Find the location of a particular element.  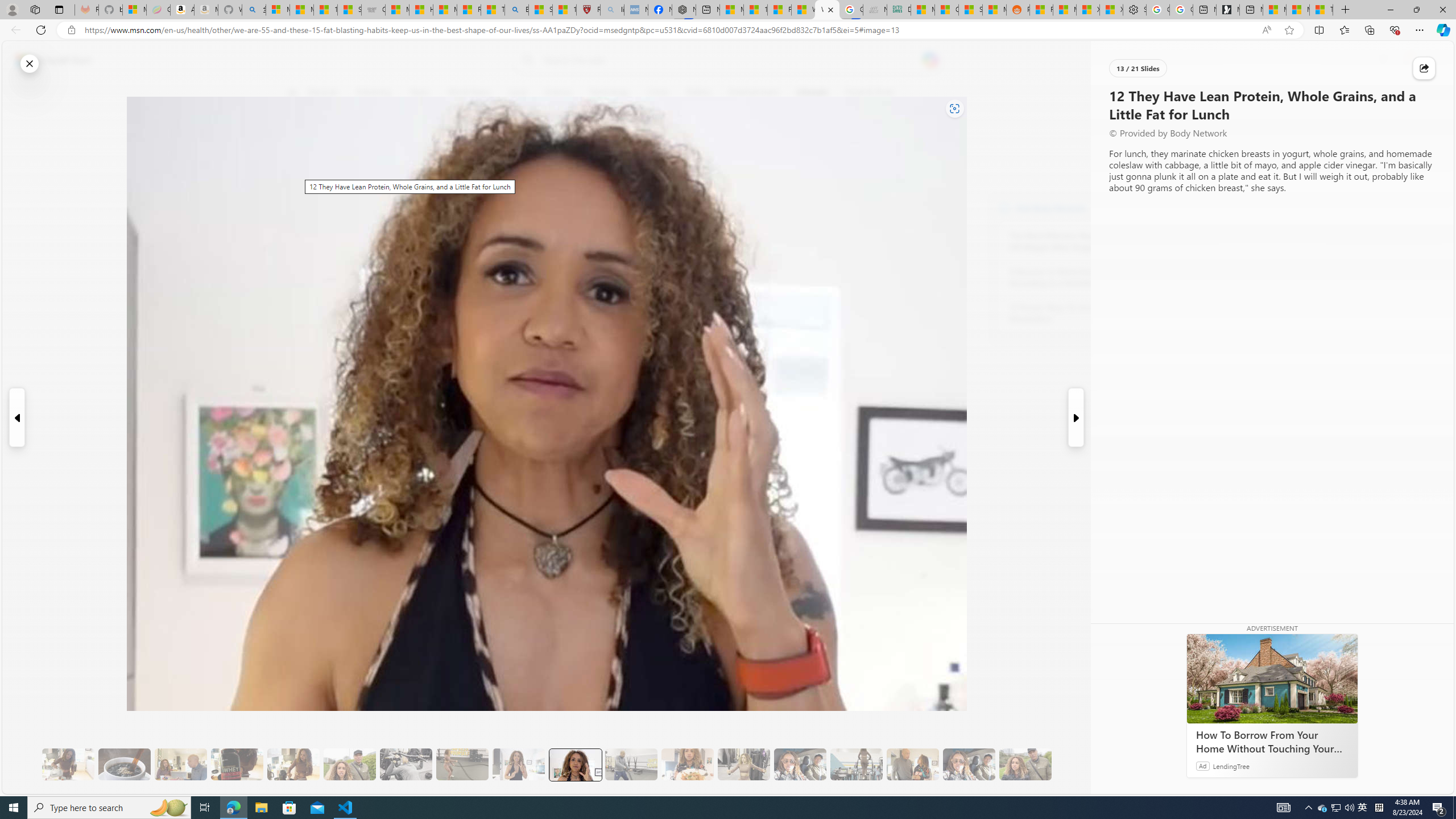

'Entertainment' is located at coordinates (753, 92).